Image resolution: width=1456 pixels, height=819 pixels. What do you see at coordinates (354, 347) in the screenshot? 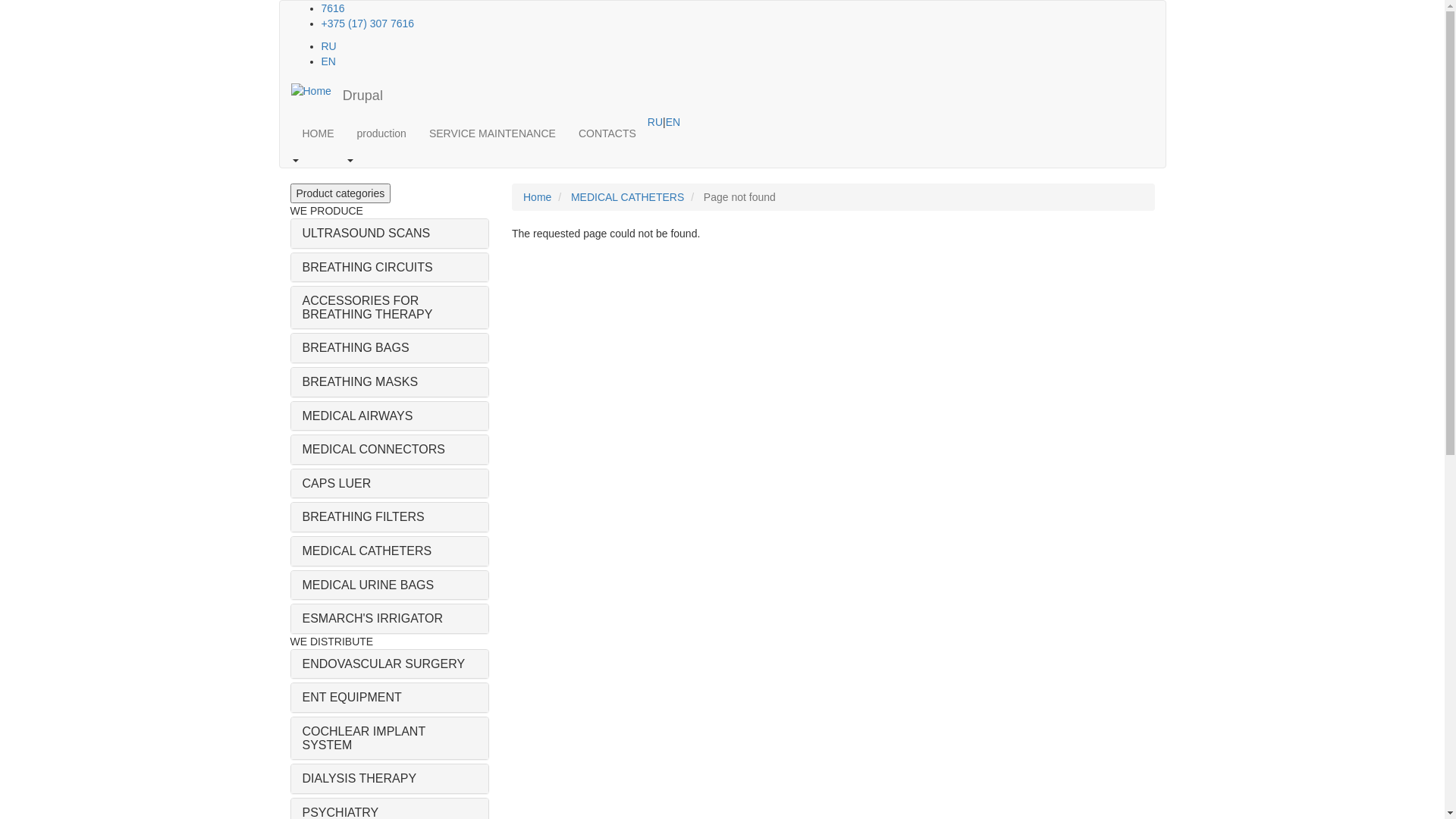
I see `'BREATHING BAGS'` at bounding box center [354, 347].